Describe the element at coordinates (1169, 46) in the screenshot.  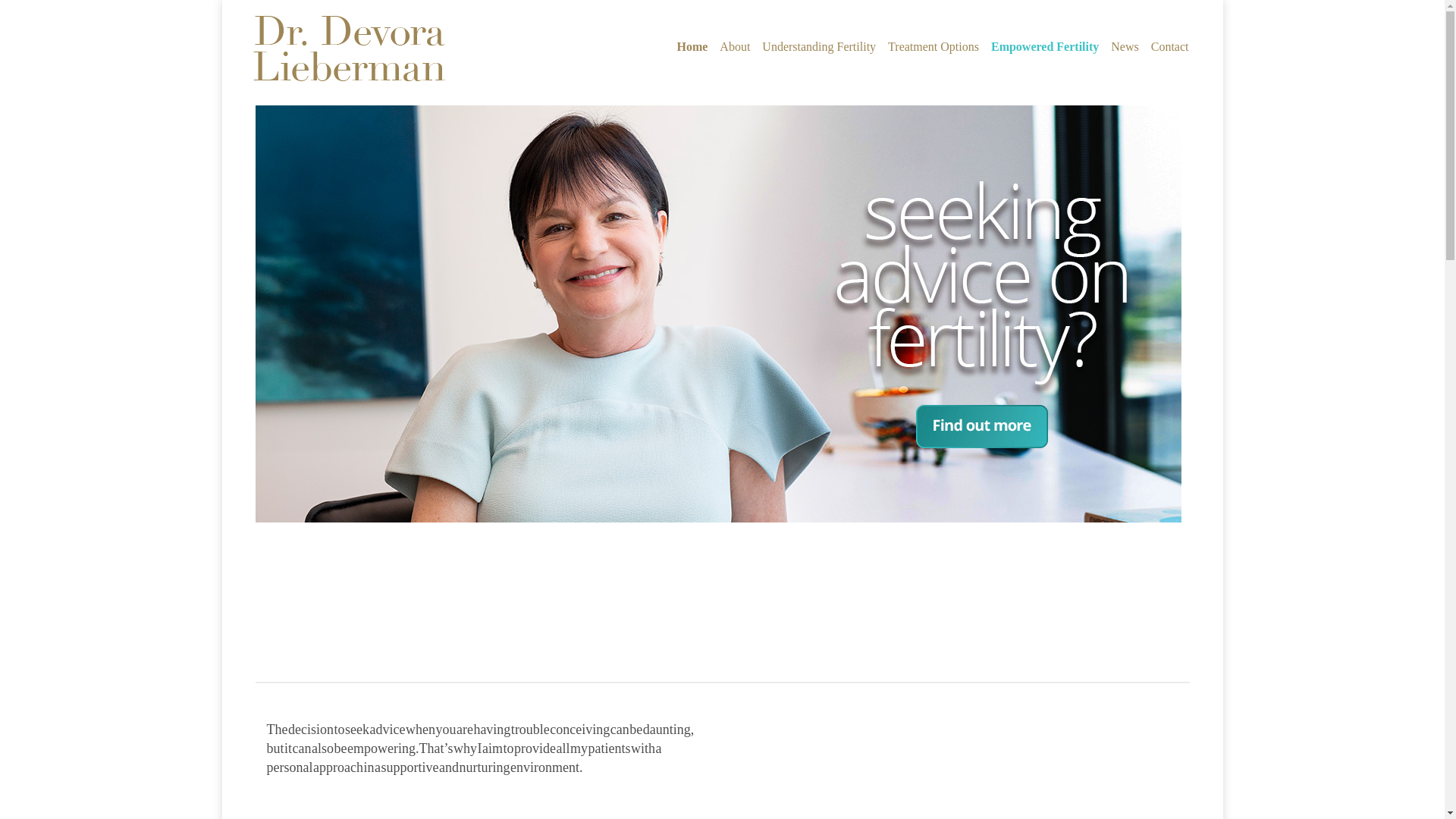
I see `'Contact'` at that location.